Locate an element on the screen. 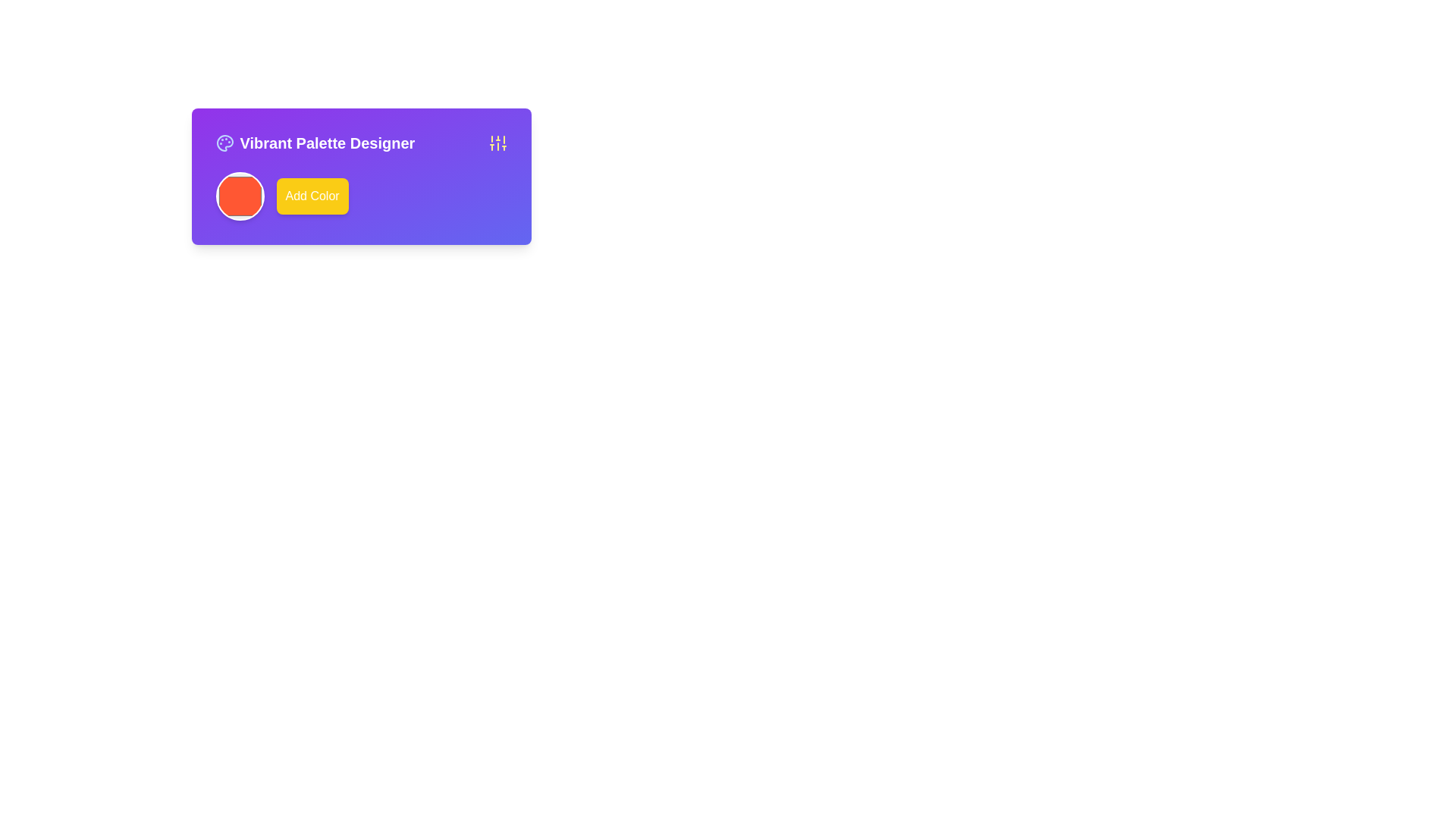  the header section with the text 'Vibrant Palette Designer' and a palette icon on the left side, which has a purple gradient background is located at coordinates (360, 143).